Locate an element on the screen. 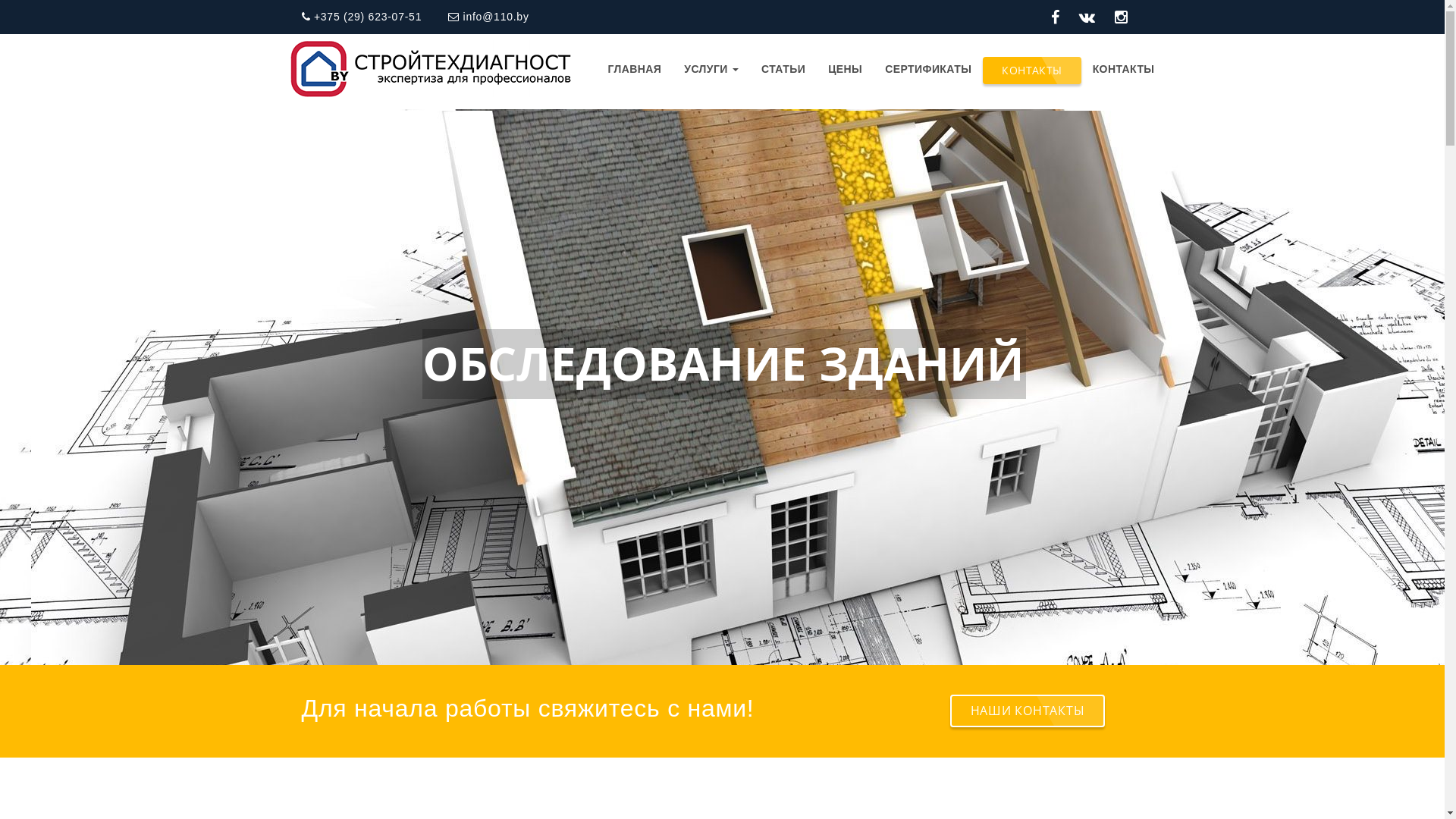 The image size is (1456, 819). '+375 (29) 623-07-51' is located at coordinates (302, 17).